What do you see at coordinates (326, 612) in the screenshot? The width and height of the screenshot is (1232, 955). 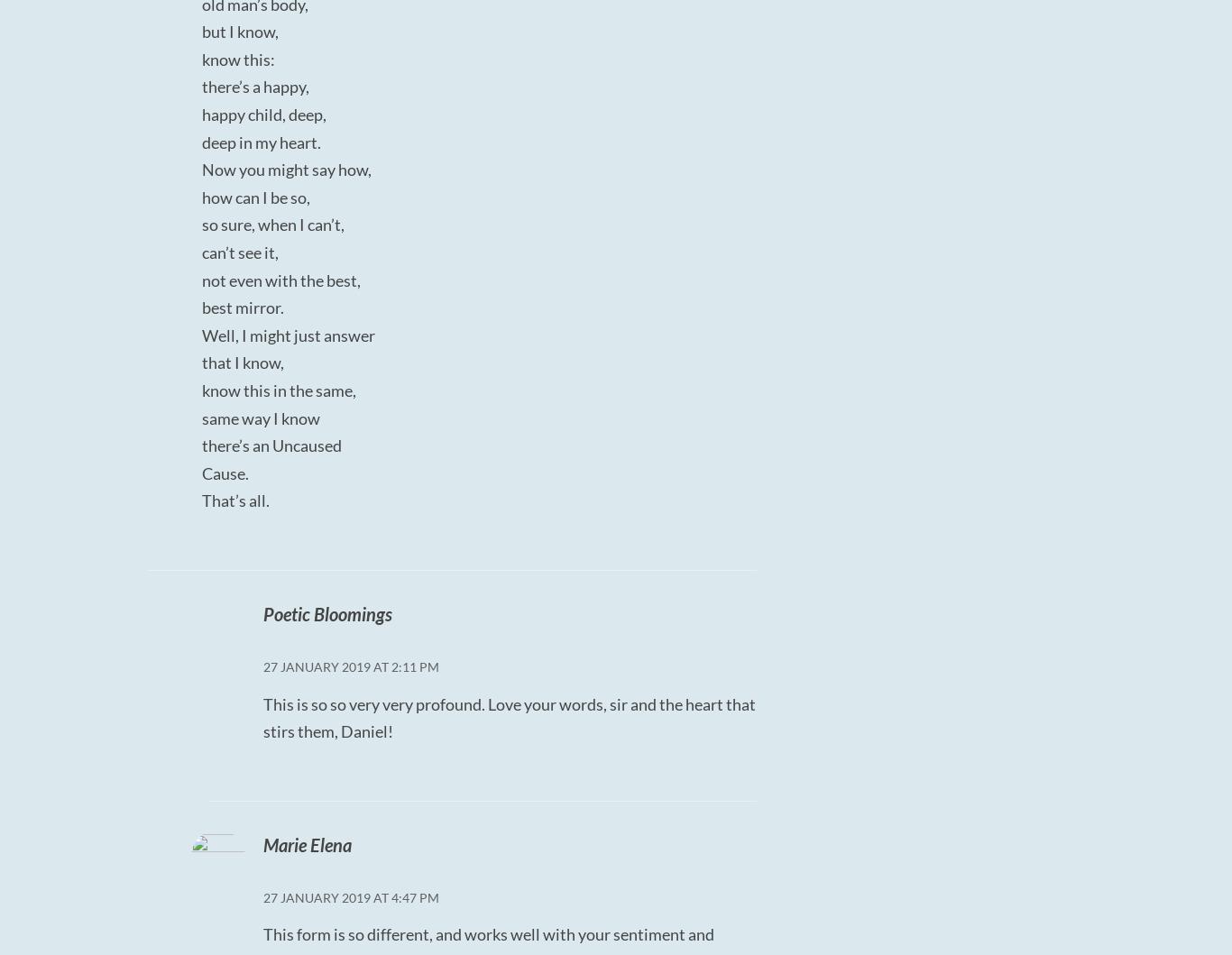 I see `'Poetic Bloomings'` at bounding box center [326, 612].